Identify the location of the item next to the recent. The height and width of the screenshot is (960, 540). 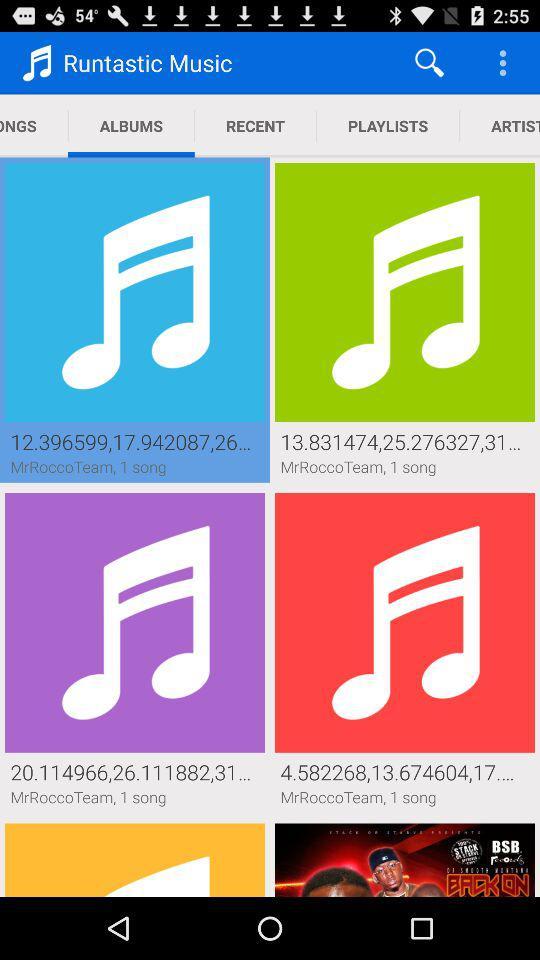
(388, 125).